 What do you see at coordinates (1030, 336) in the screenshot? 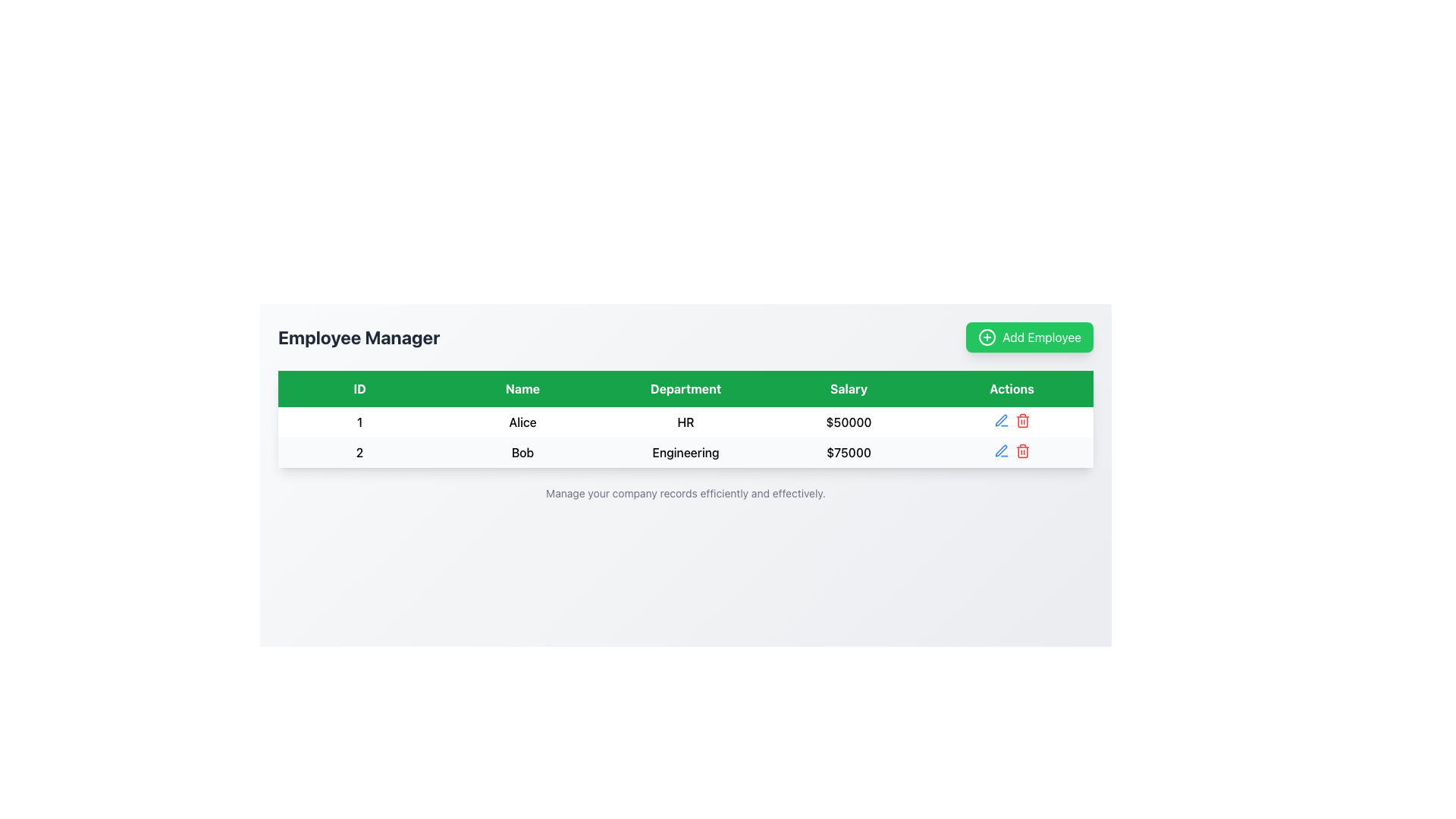
I see `the green button with the text 'Add Employee' and a plus icon, located in the upper-right corner of the 'Employee Manager' section` at bounding box center [1030, 336].